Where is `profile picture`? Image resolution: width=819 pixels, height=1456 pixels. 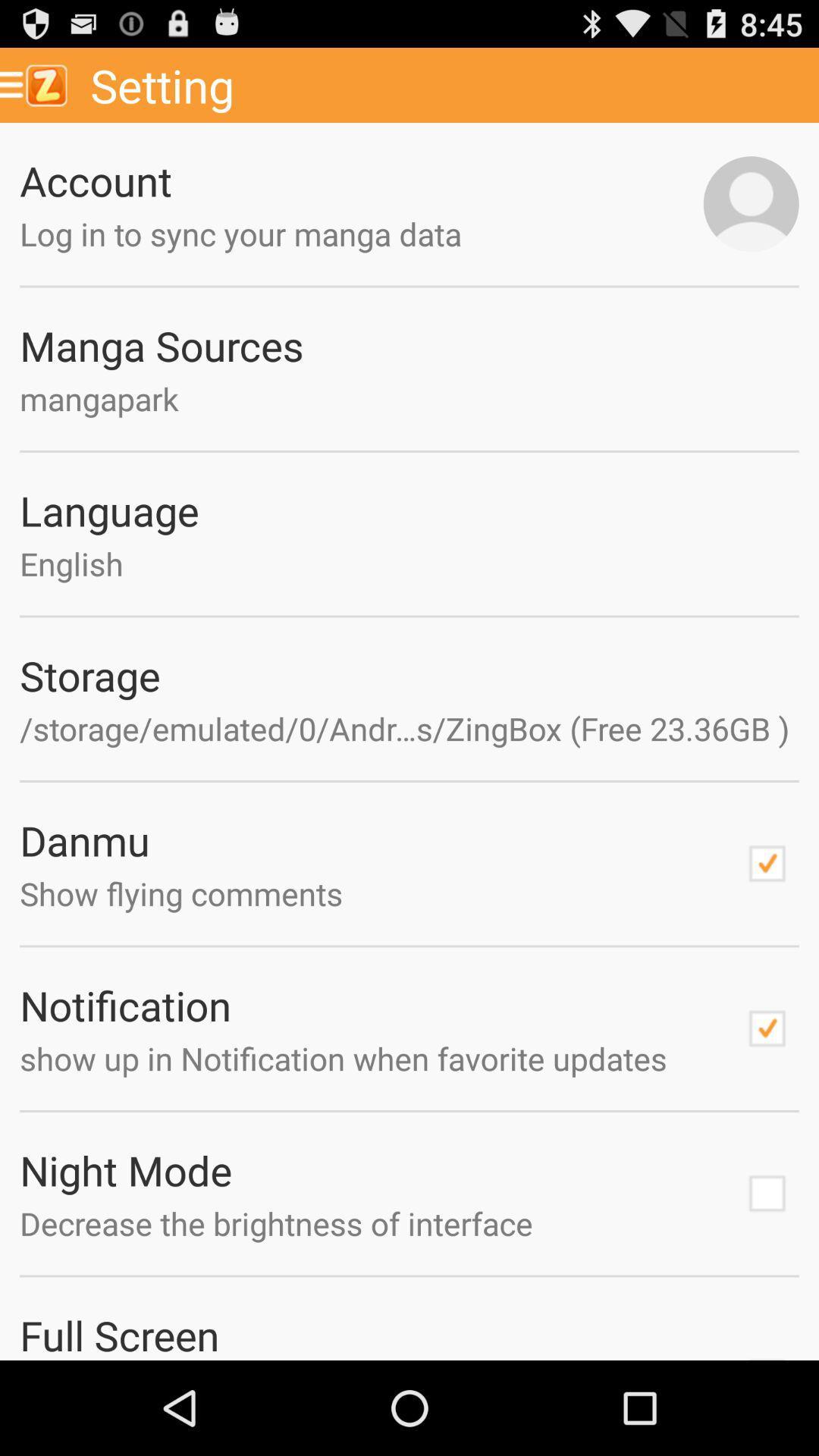
profile picture is located at coordinates (751, 203).